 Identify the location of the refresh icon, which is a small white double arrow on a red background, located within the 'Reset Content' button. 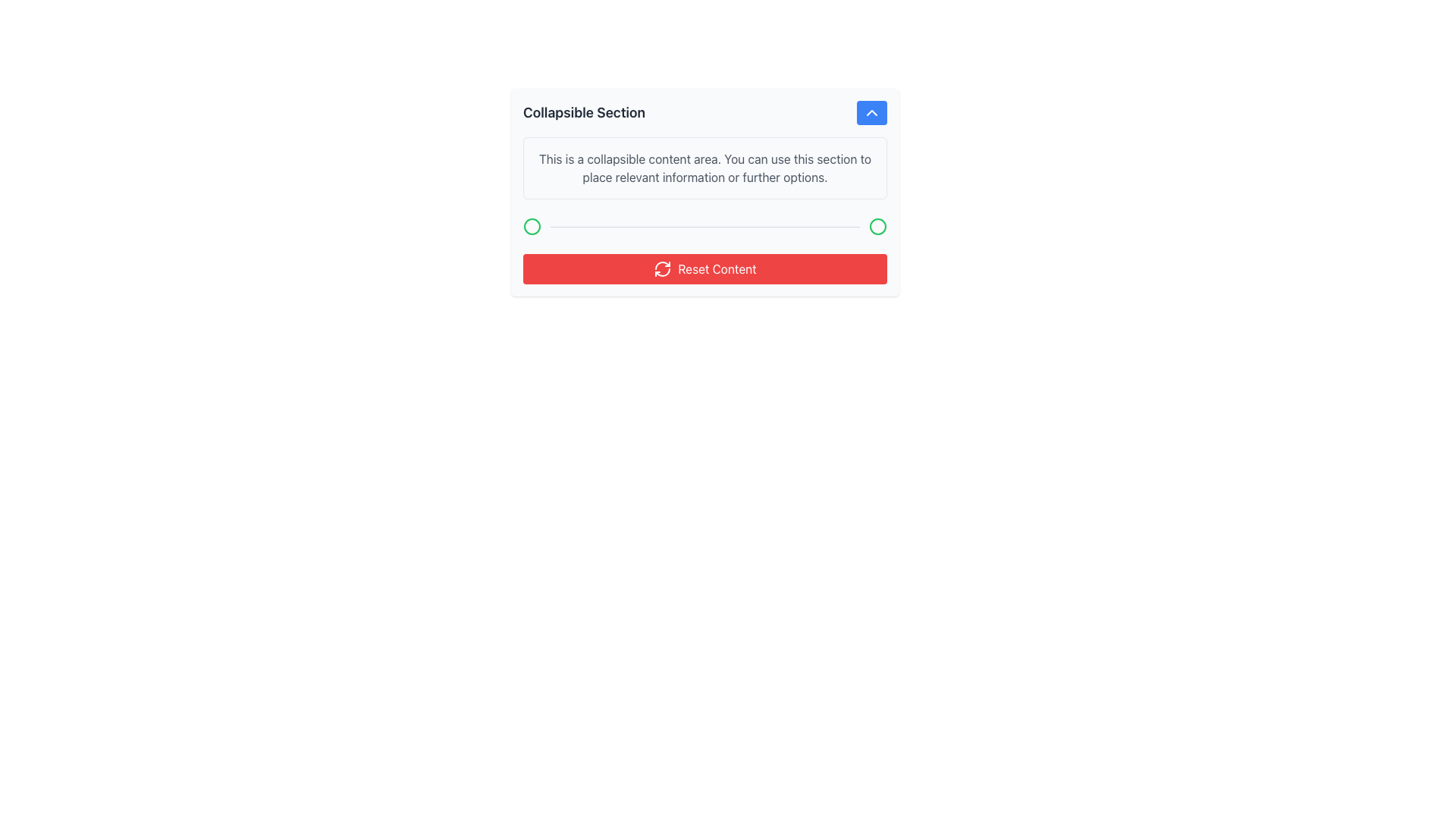
(663, 268).